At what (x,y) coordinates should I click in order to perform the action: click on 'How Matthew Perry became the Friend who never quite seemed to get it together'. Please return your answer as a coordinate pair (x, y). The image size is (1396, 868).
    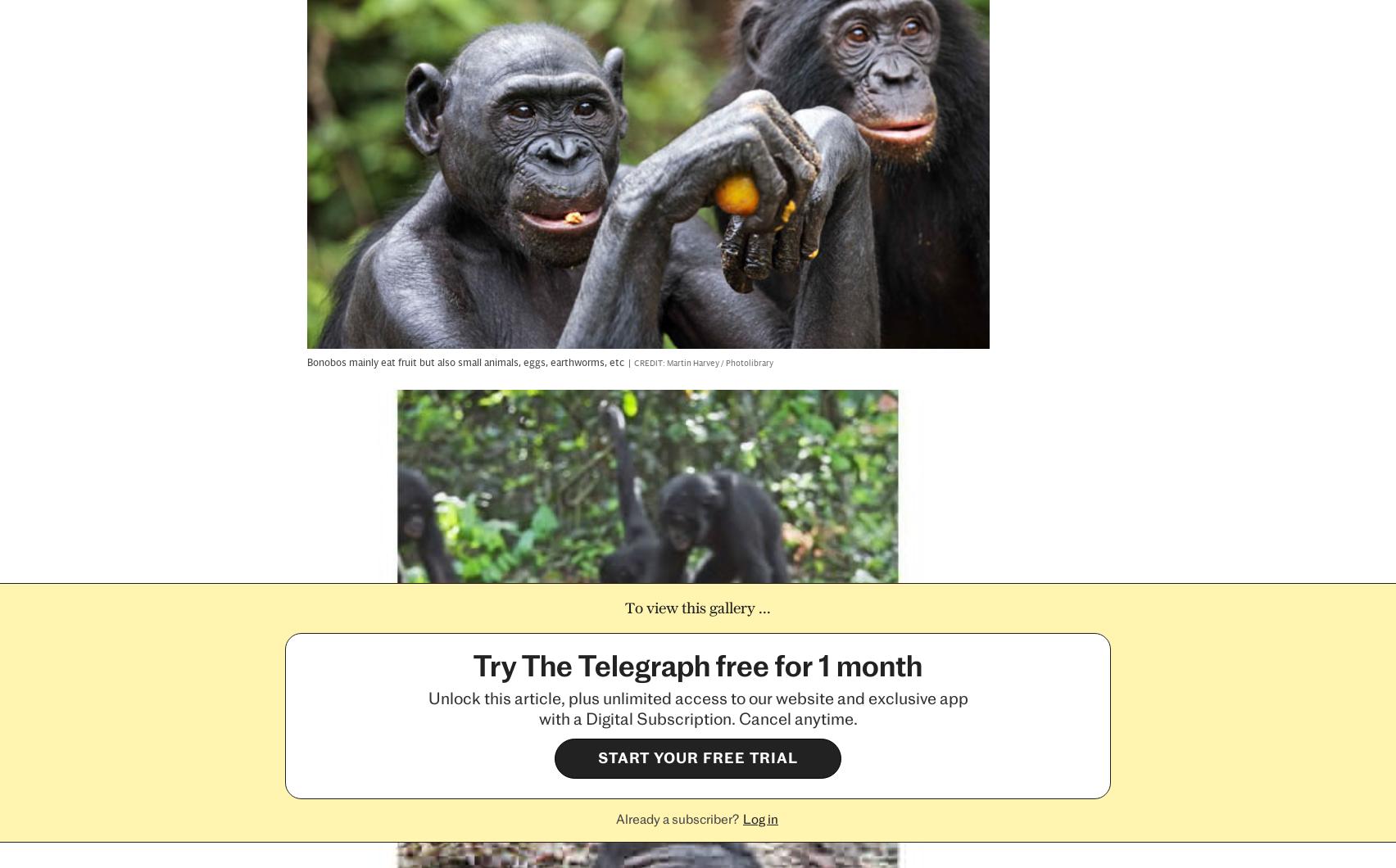
    Looking at the image, I should click on (196, 473).